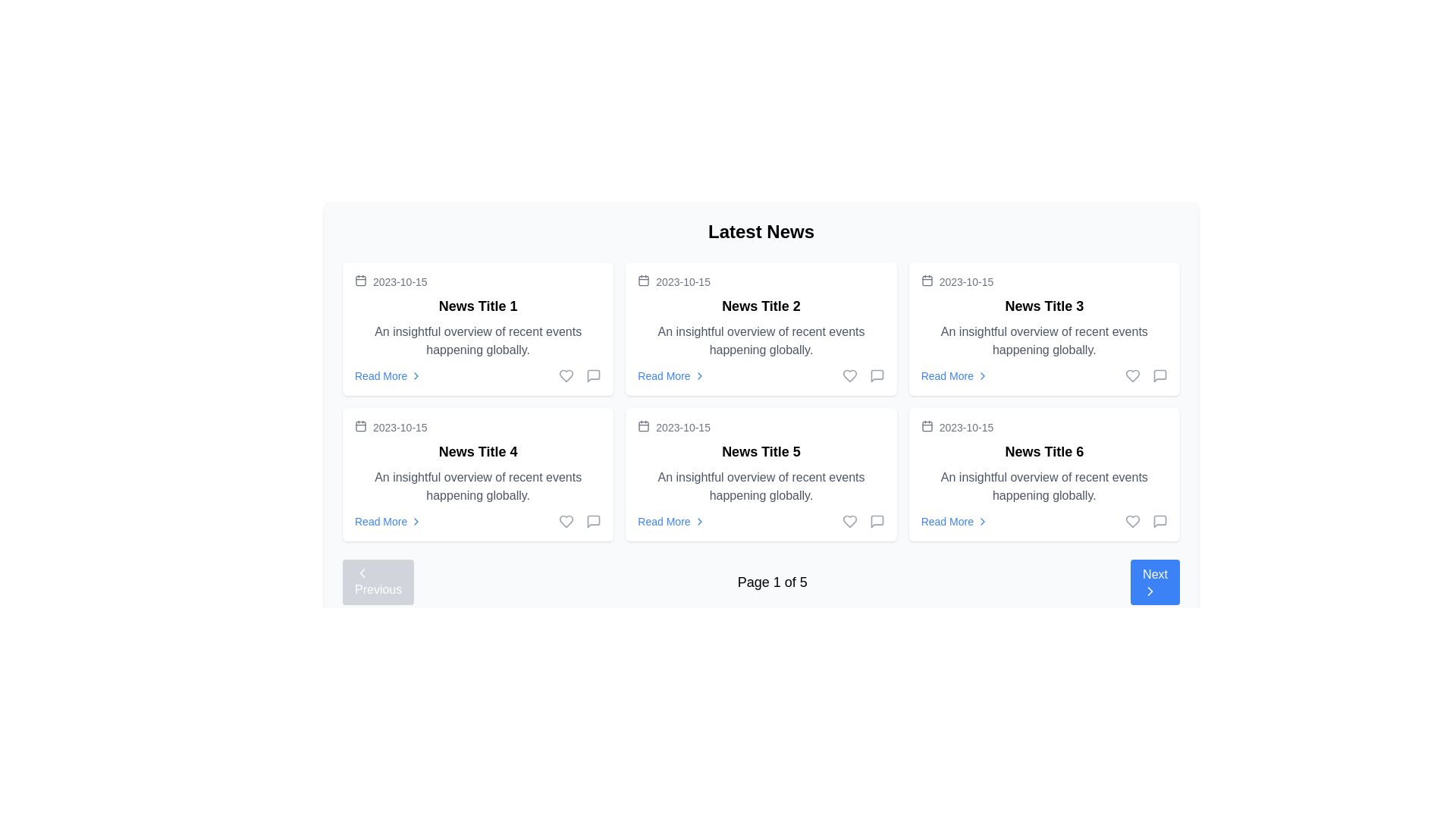 Image resolution: width=1456 pixels, height=819 pixels. Describe the element at coordinates (644, 426) in the screenshot. I see `the calendar icon located to the left of the date text '2023-10-15' in the second row of the Latest News section, specifically within the fifth news card` at that location.